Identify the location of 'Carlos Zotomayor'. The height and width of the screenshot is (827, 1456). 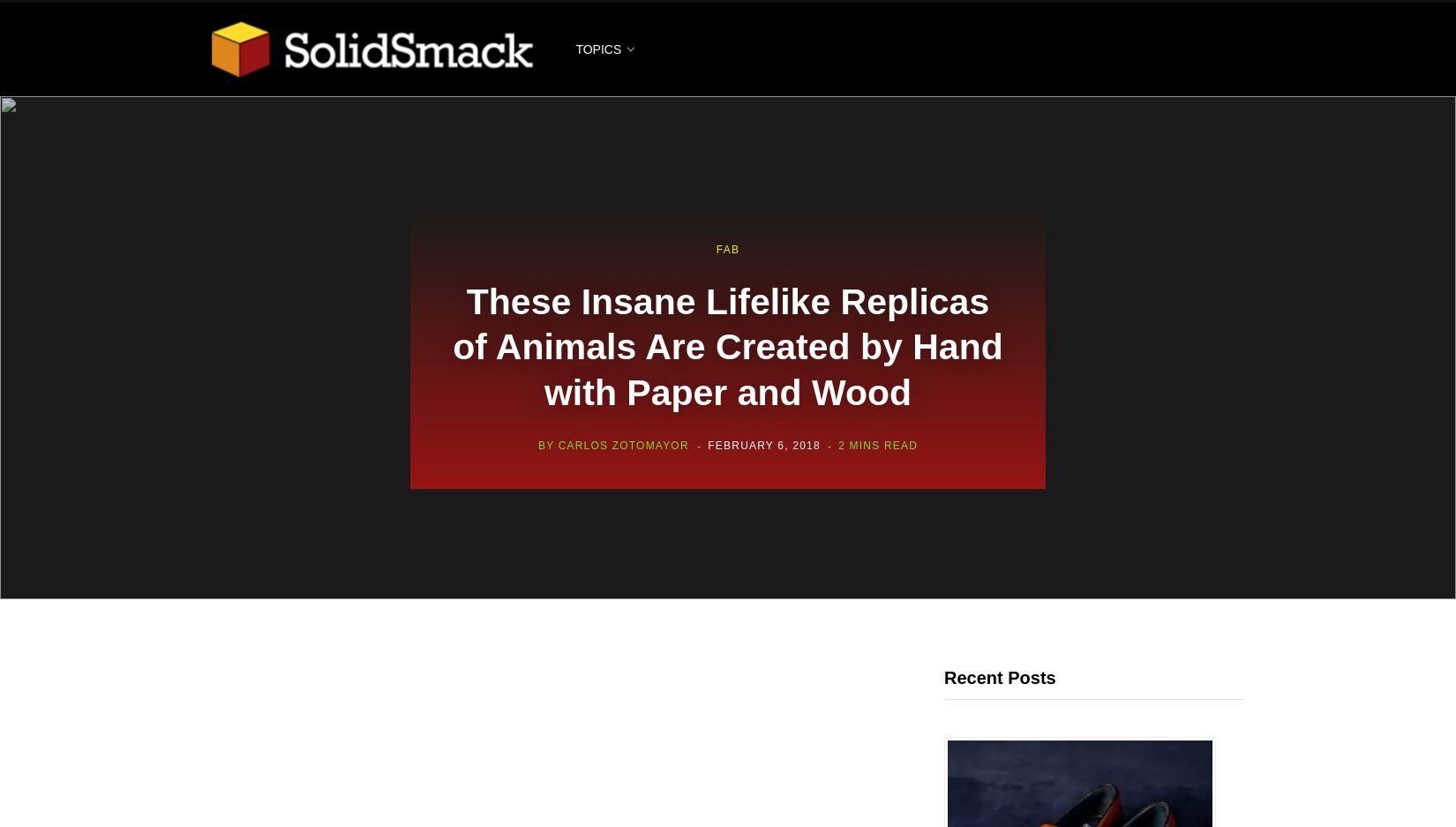
(622, 445).